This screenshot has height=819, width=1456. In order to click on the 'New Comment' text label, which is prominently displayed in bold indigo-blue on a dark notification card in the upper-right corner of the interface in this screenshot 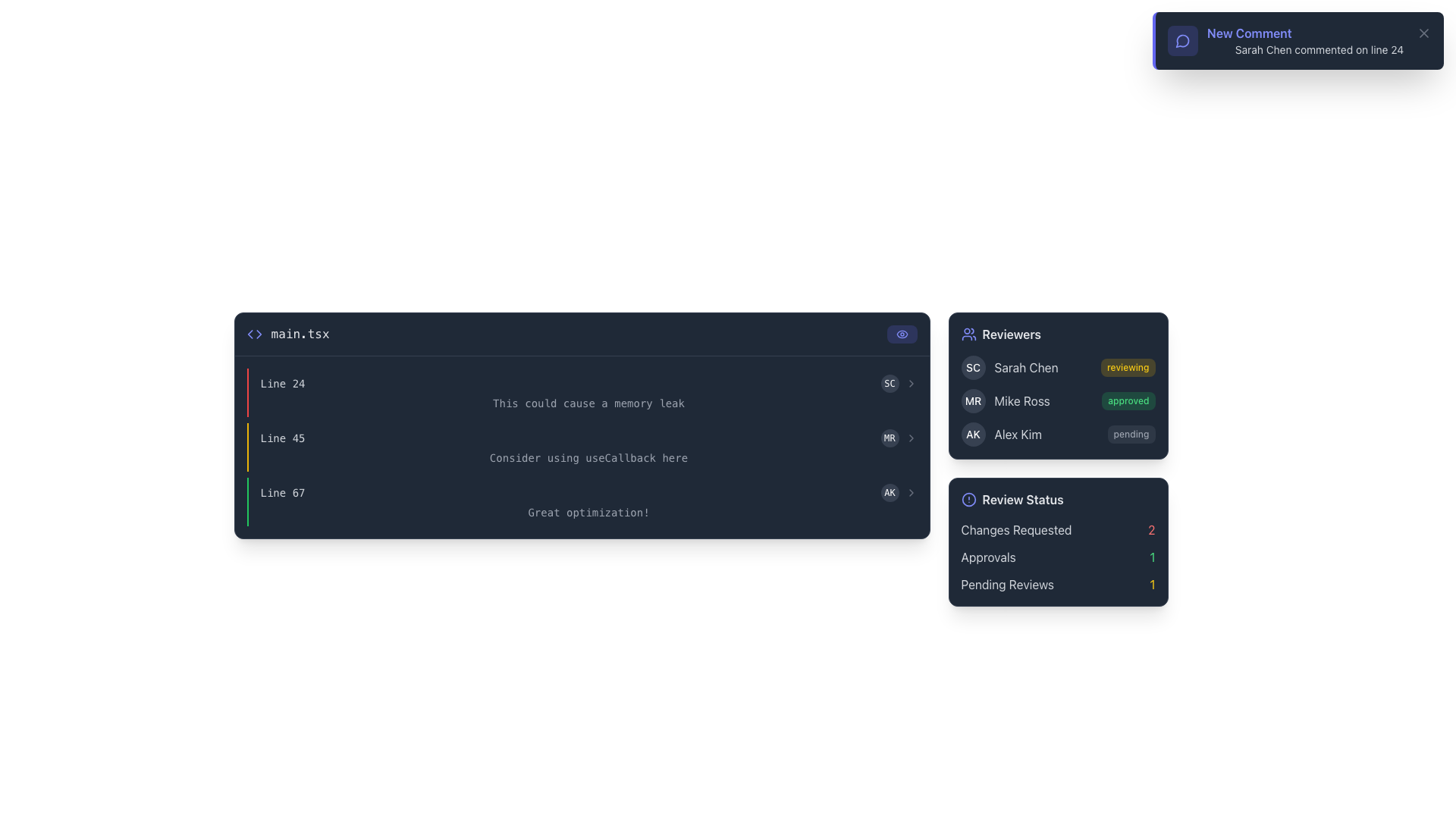, I will do `click(1249, 33)`.